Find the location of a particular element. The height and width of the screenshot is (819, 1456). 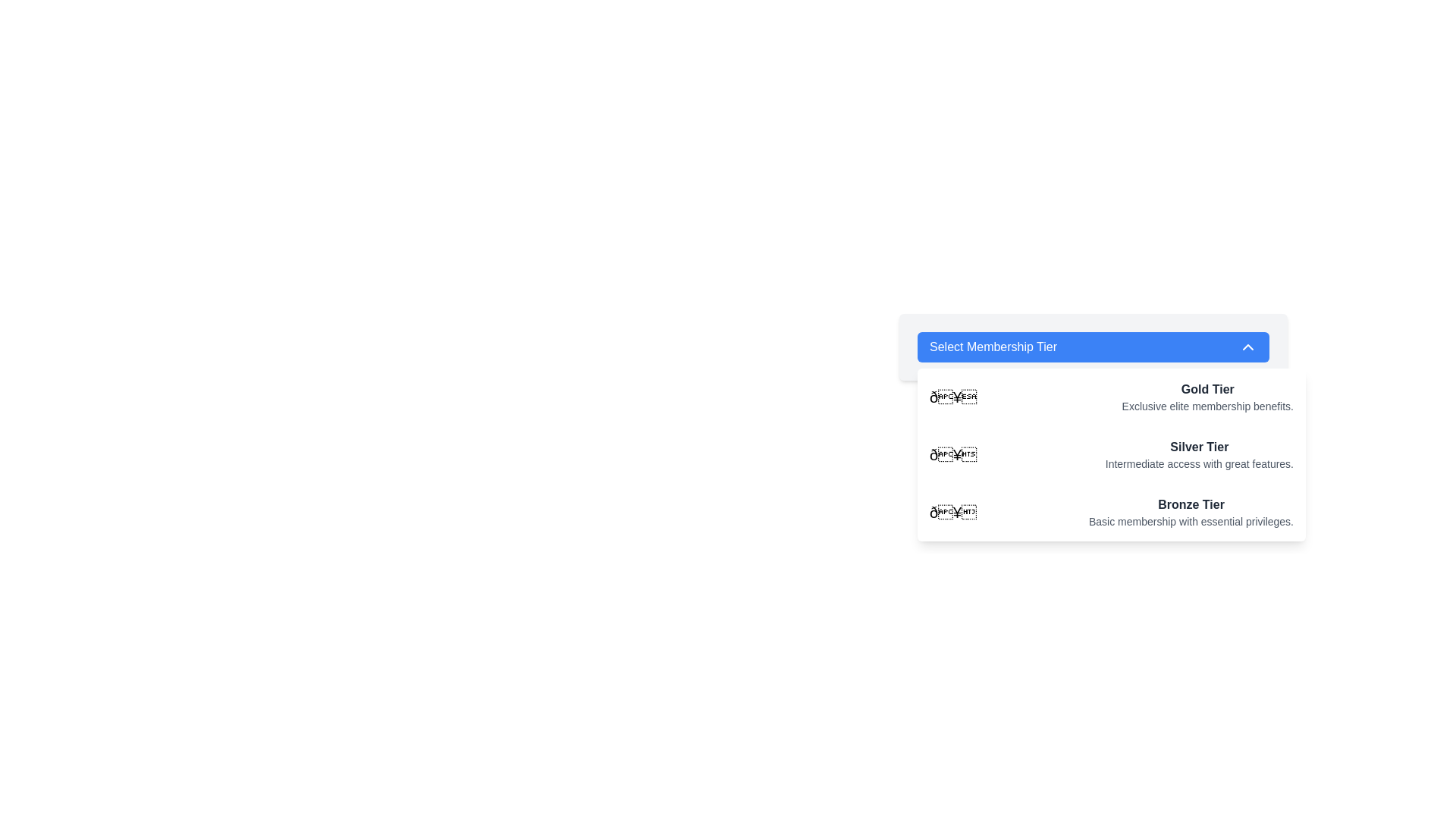

the decorative visual symbol or icon representing the 'Bronze Tier' membership, located at the start of the row to the left of the 'Bronze Tier' text is located at coordinates (952, 512).